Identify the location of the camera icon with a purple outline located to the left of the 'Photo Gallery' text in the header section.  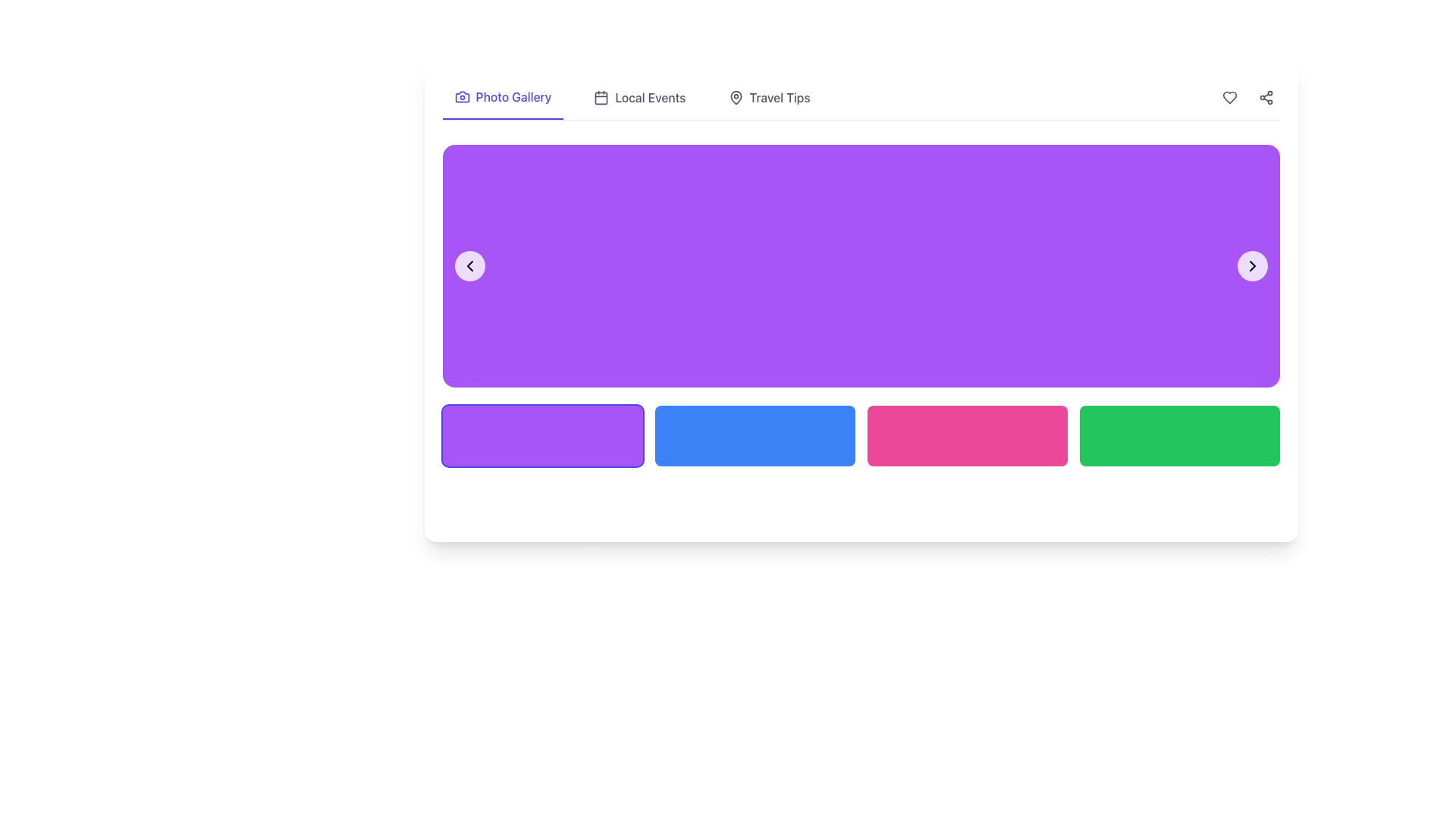
(461, 96).